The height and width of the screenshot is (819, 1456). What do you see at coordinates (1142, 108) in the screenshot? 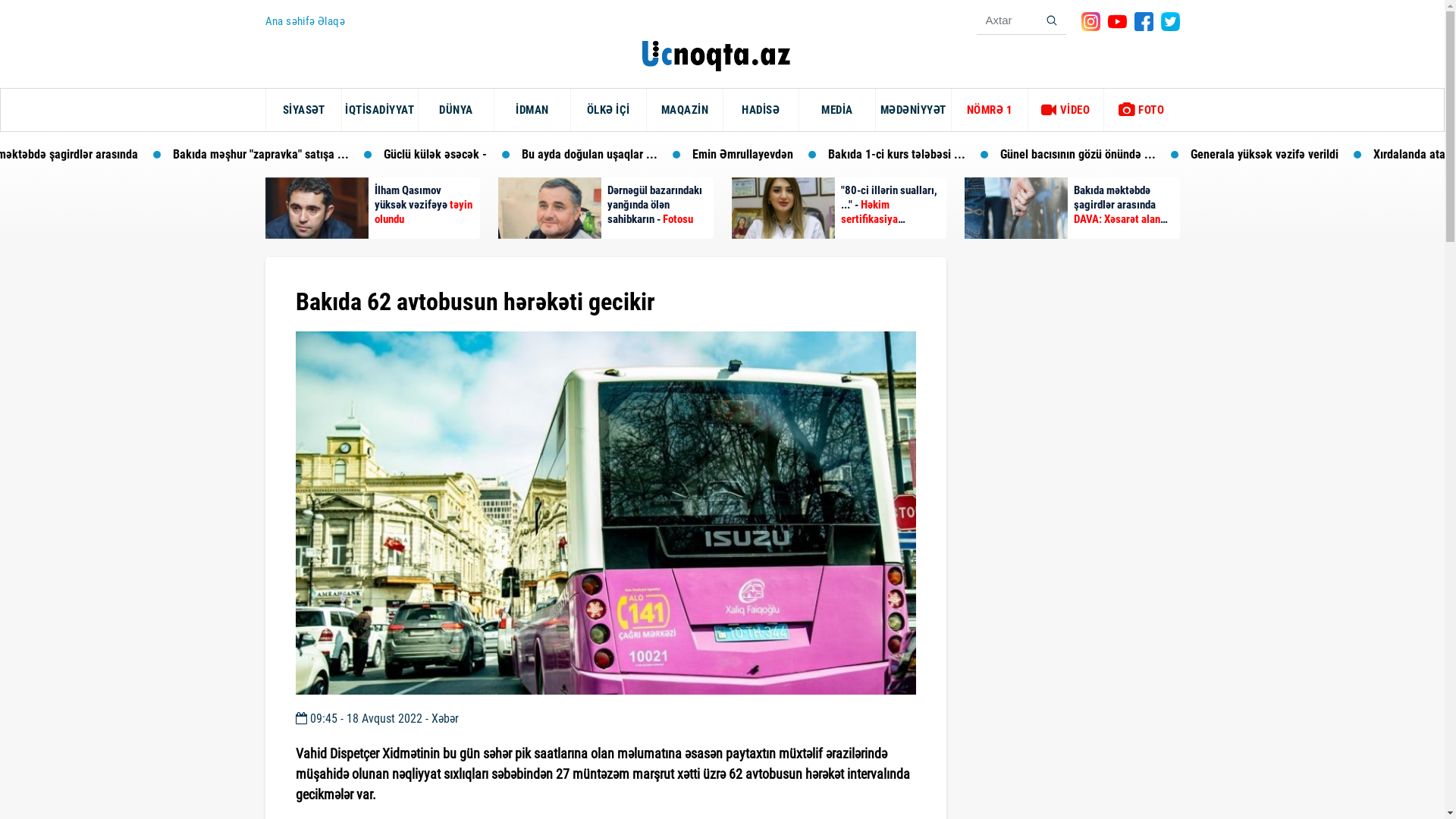
I see `'FOTO'` at bounding box center [1142, 108].